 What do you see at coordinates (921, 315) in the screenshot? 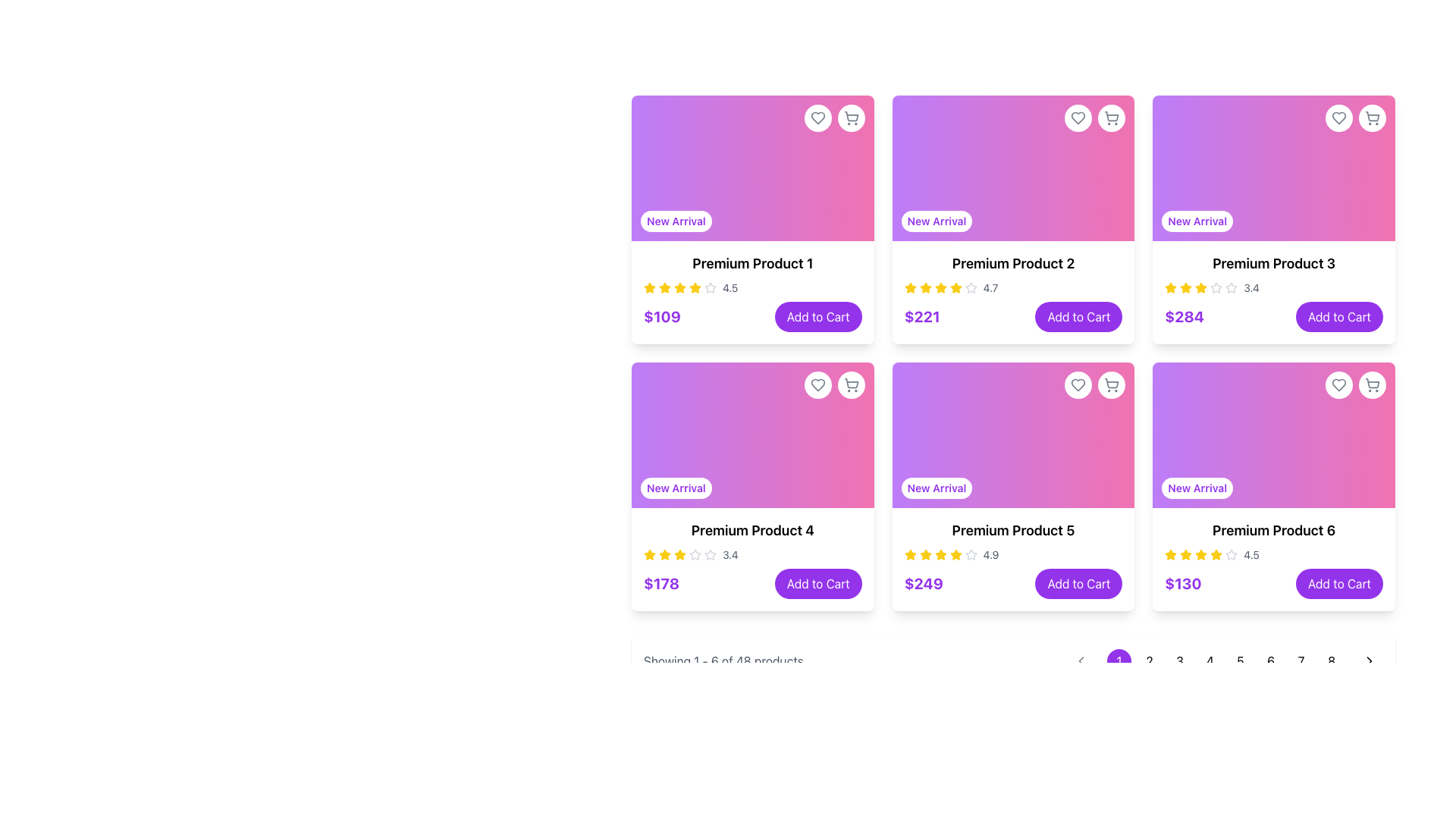
I see `the price label displaying the price of 'Premium Product 2' to trigger any available tooltip` at bounding box center [921, 315].